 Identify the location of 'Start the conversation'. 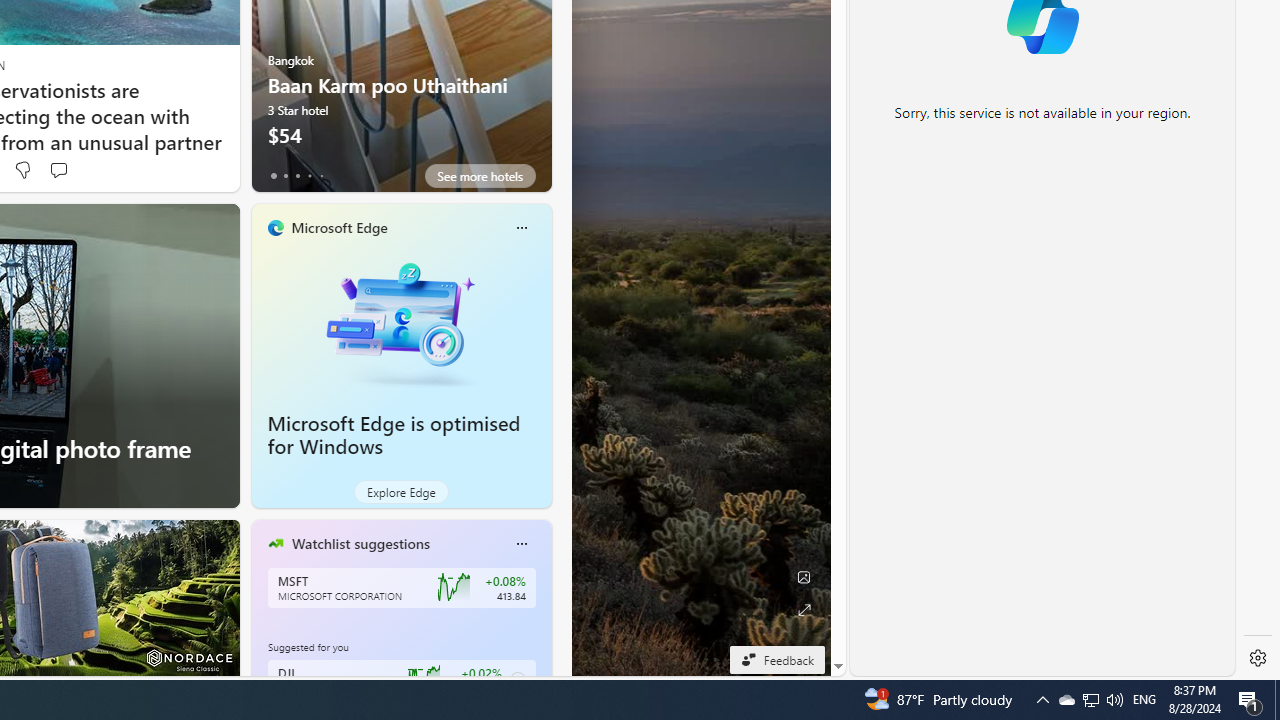
(58, 168).